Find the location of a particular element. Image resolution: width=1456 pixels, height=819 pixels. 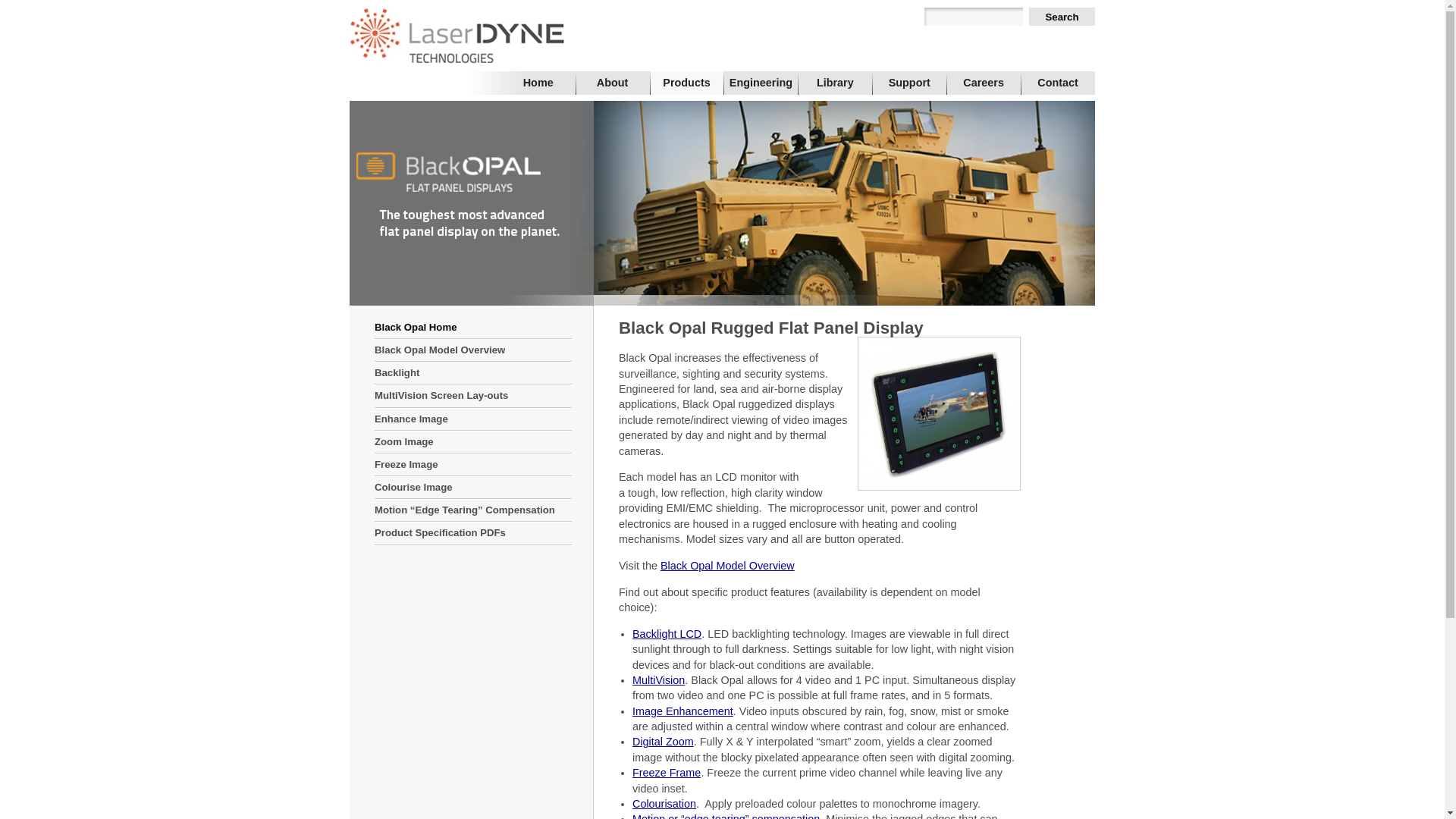

'Freeze Frame' is located at coordinates (632, 772).